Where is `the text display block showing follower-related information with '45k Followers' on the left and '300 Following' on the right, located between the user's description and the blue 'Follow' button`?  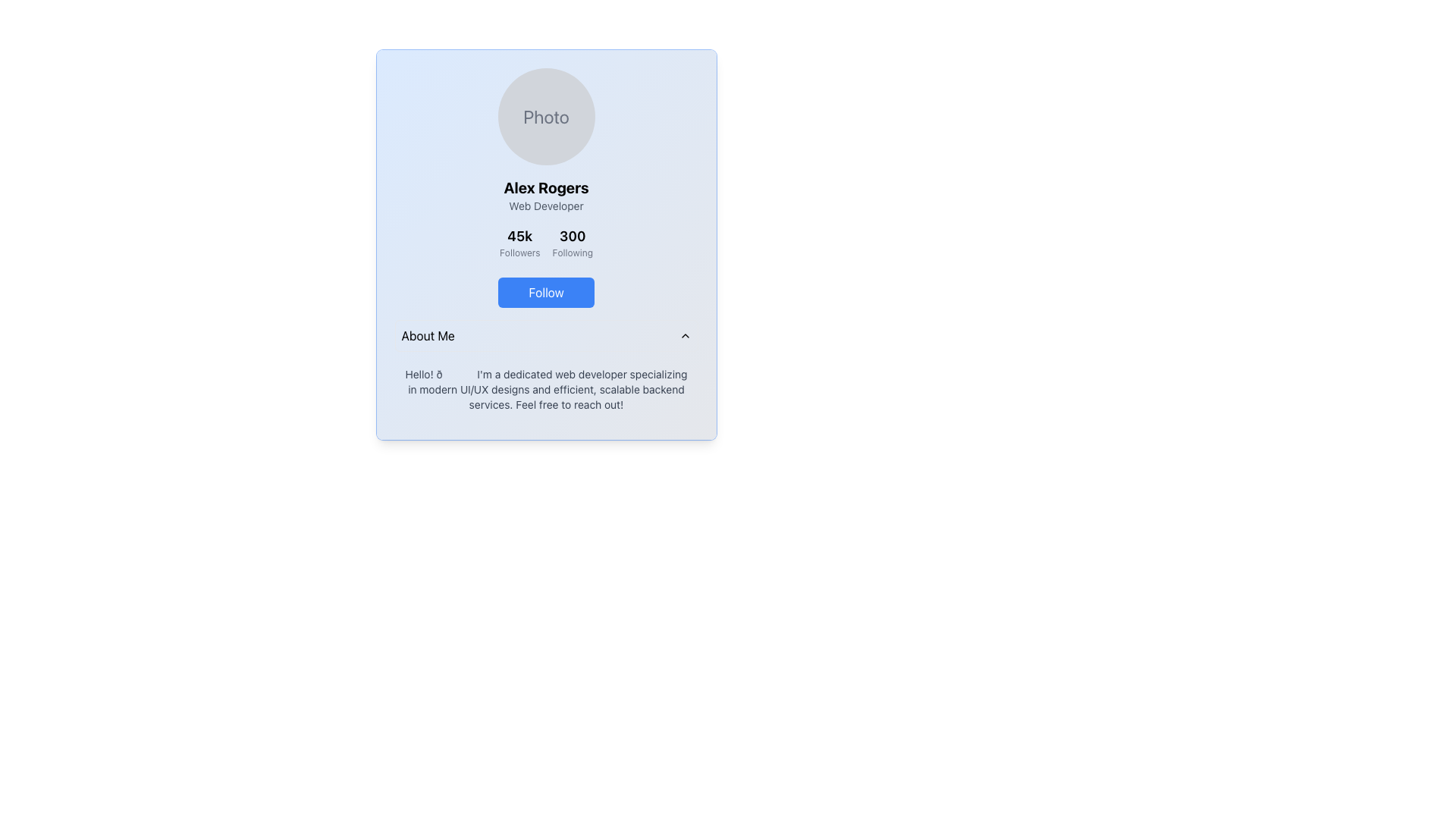 the text display block showing follower-related information with '45k Followers' on the left and '300 Following' on the right, located between the user's description and the blue 'Follow' button is located at coordinates (546, 242).